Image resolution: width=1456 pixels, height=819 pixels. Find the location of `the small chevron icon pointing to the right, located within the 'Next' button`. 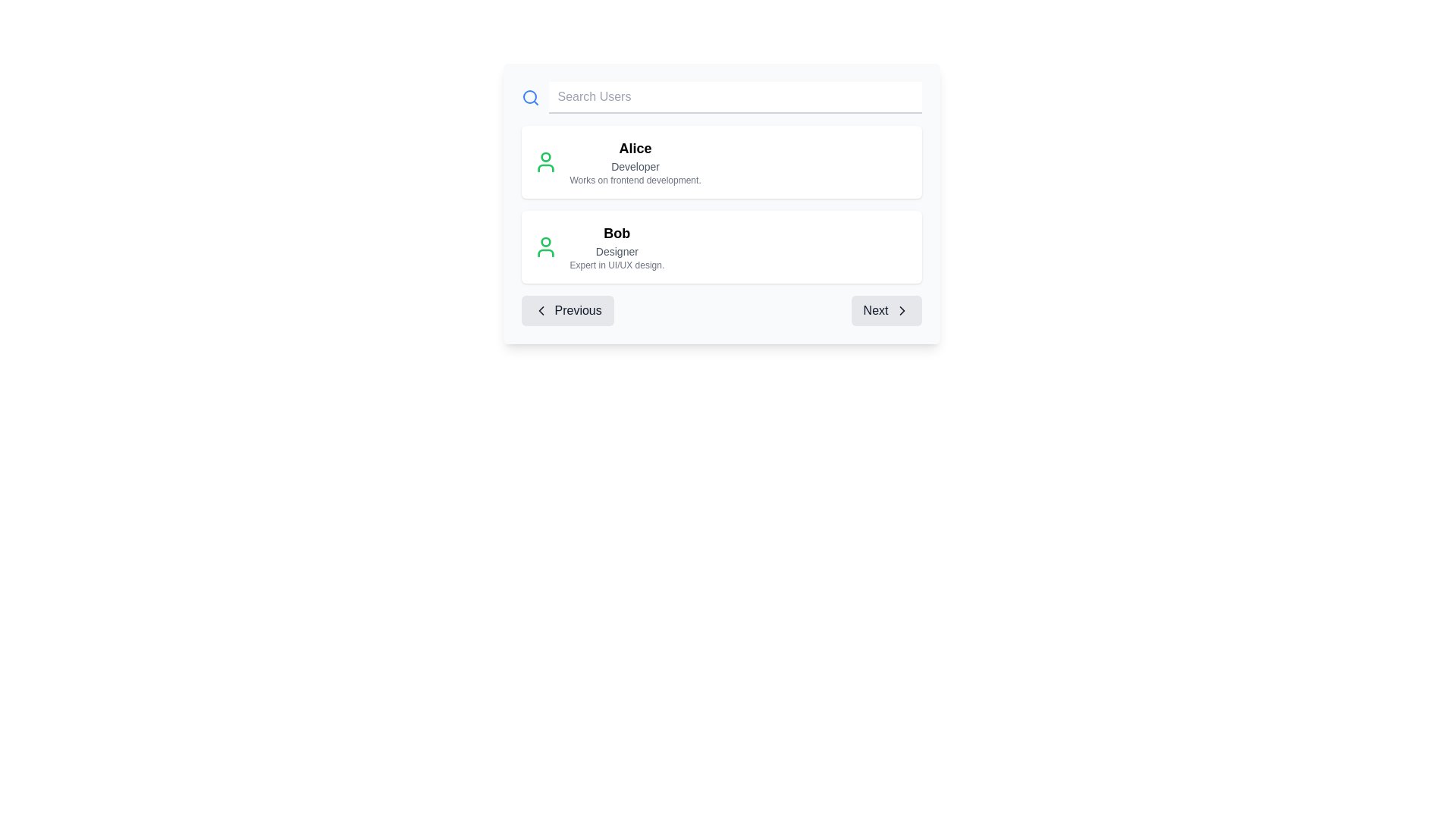

the small chevron icon pointing to the right, located within the 'Next' button is located at coordinates (902, 309).